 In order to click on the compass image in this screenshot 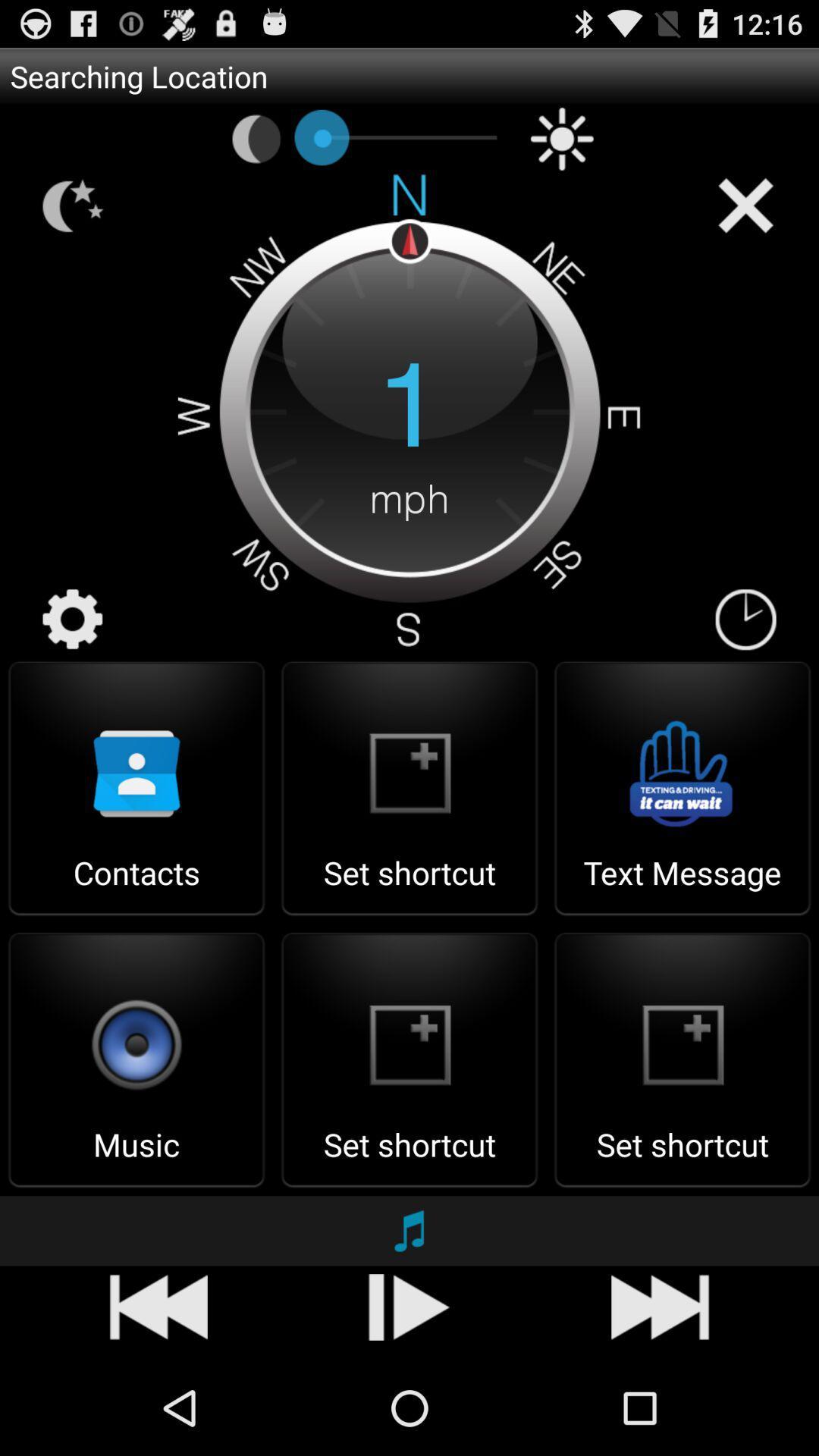, I will do `click(409, 410)`.